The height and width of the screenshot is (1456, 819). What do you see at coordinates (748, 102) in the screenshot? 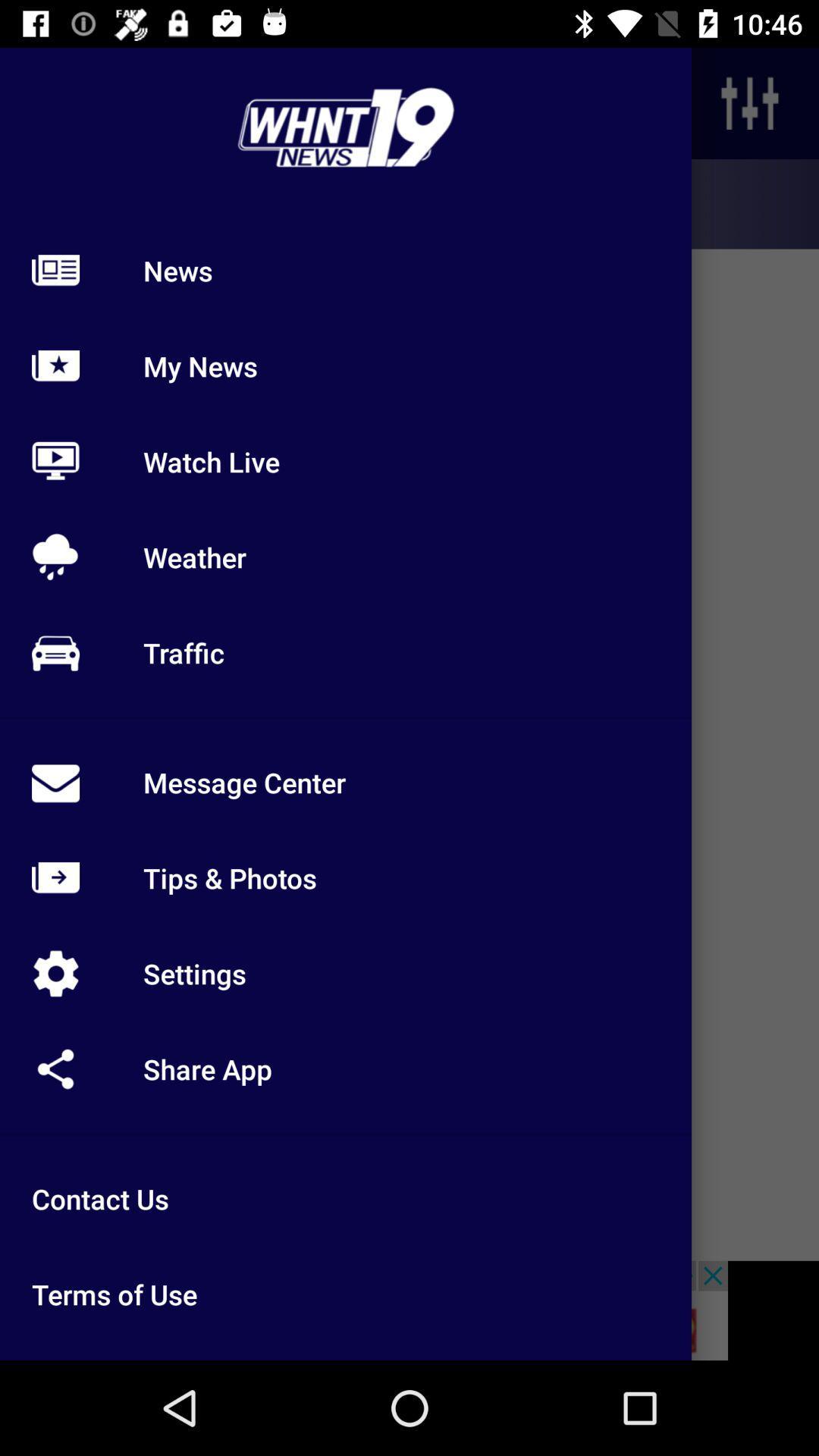
I see `the sliders icon` at bounding box center [748, 102].